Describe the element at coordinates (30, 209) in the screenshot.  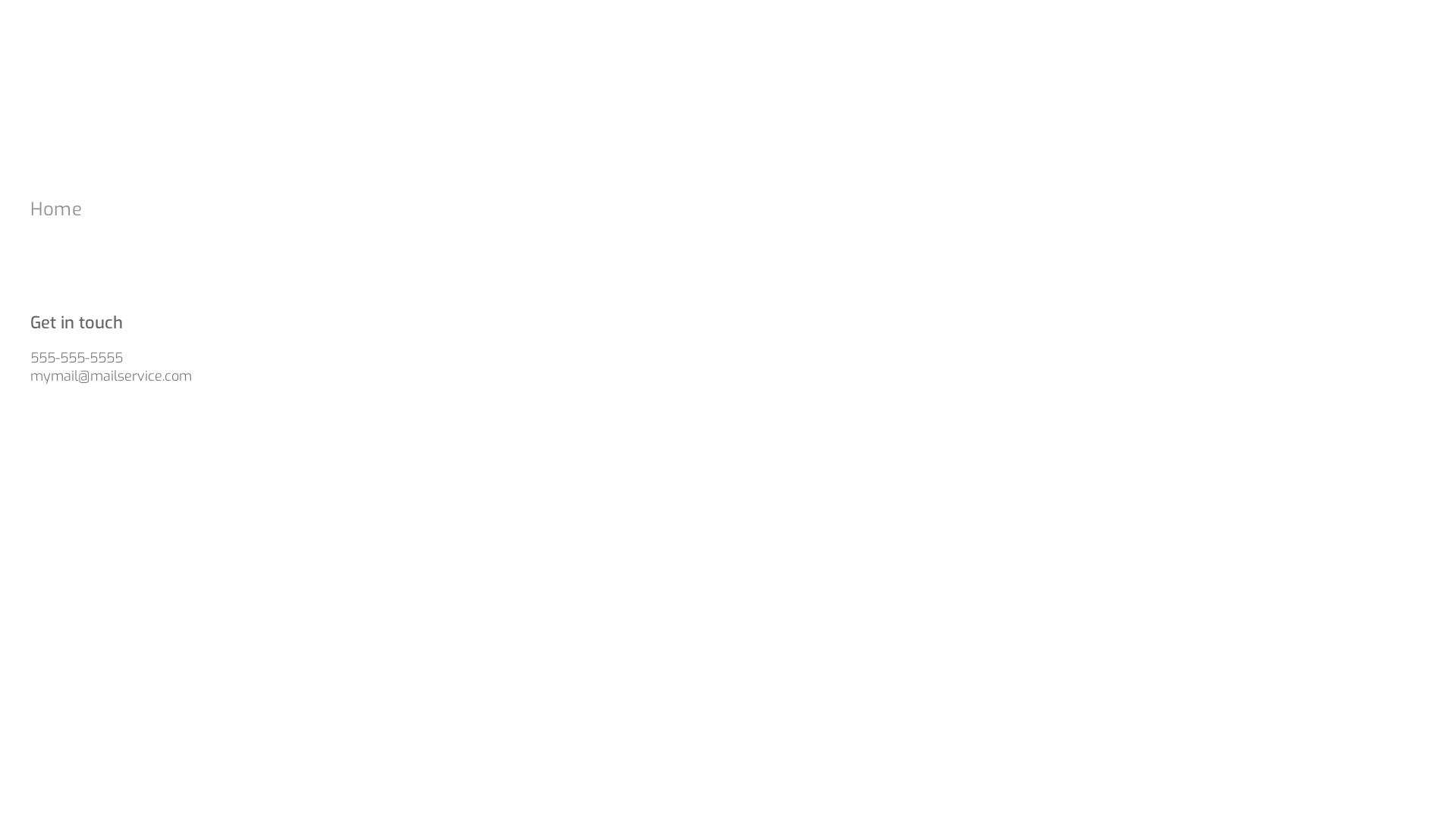
I see `'Home'` at that location.